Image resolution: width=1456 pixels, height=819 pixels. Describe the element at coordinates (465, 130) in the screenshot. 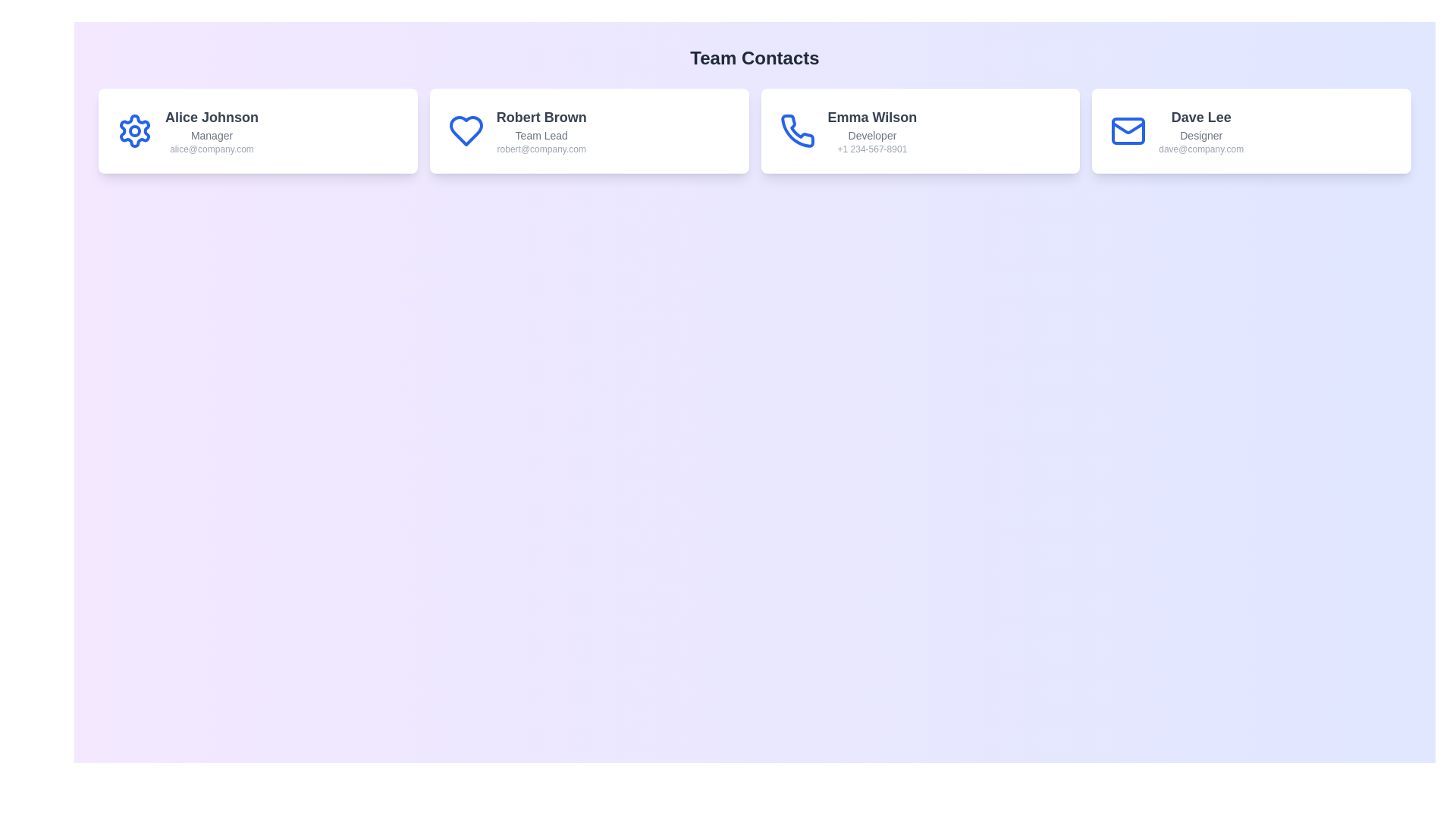

I see `the heart icon representing Robert Brown's favorite status, located on the second card from the left in the top row` at that location.